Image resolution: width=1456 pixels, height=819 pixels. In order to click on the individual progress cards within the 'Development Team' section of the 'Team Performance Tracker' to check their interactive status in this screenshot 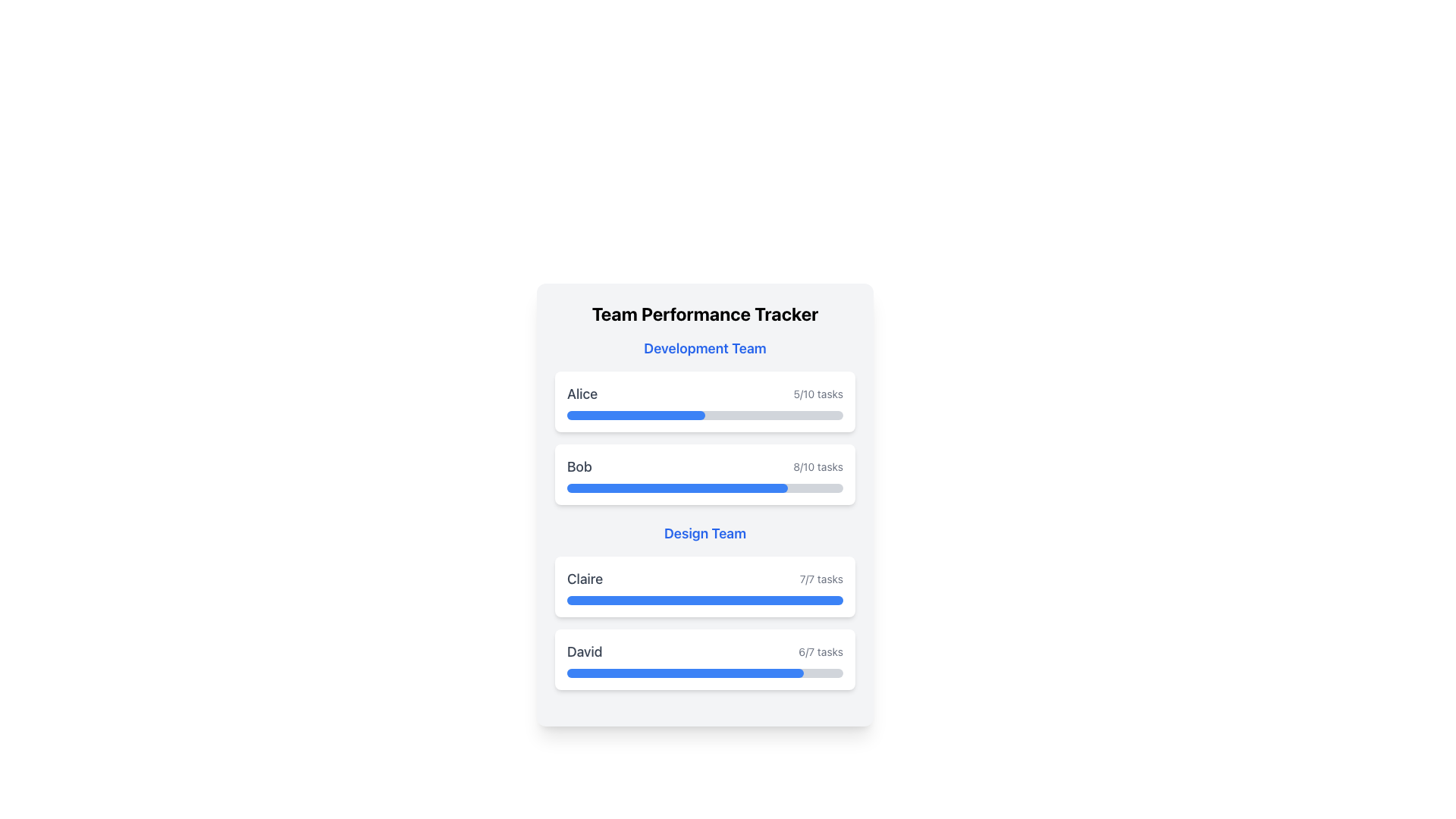, I will do `click(704, 421)`.